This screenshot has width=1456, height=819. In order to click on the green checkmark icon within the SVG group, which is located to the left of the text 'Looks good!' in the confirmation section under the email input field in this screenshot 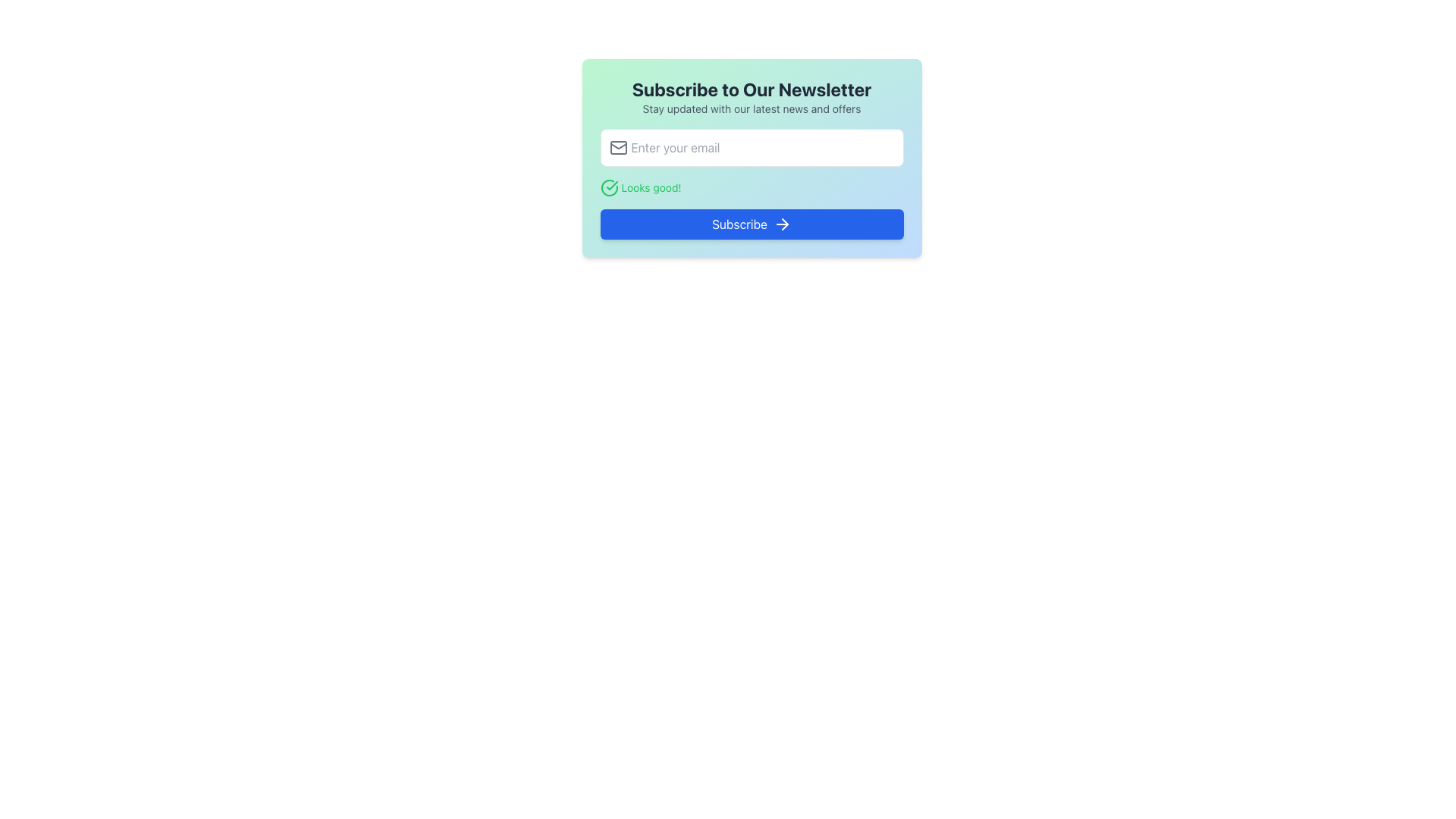, I will do `click(611, 185)`.